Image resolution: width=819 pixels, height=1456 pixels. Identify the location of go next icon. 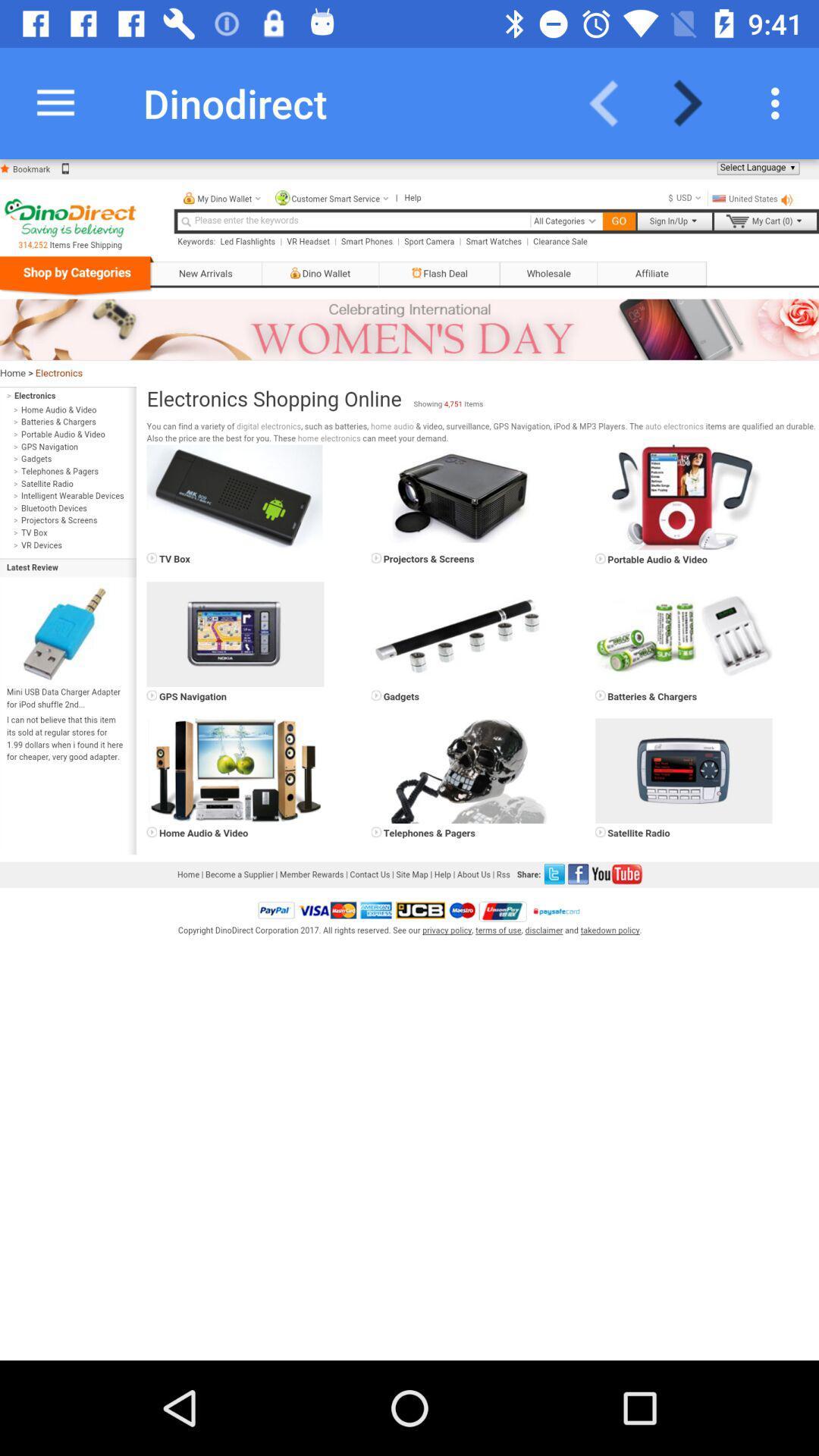
(697, 102).